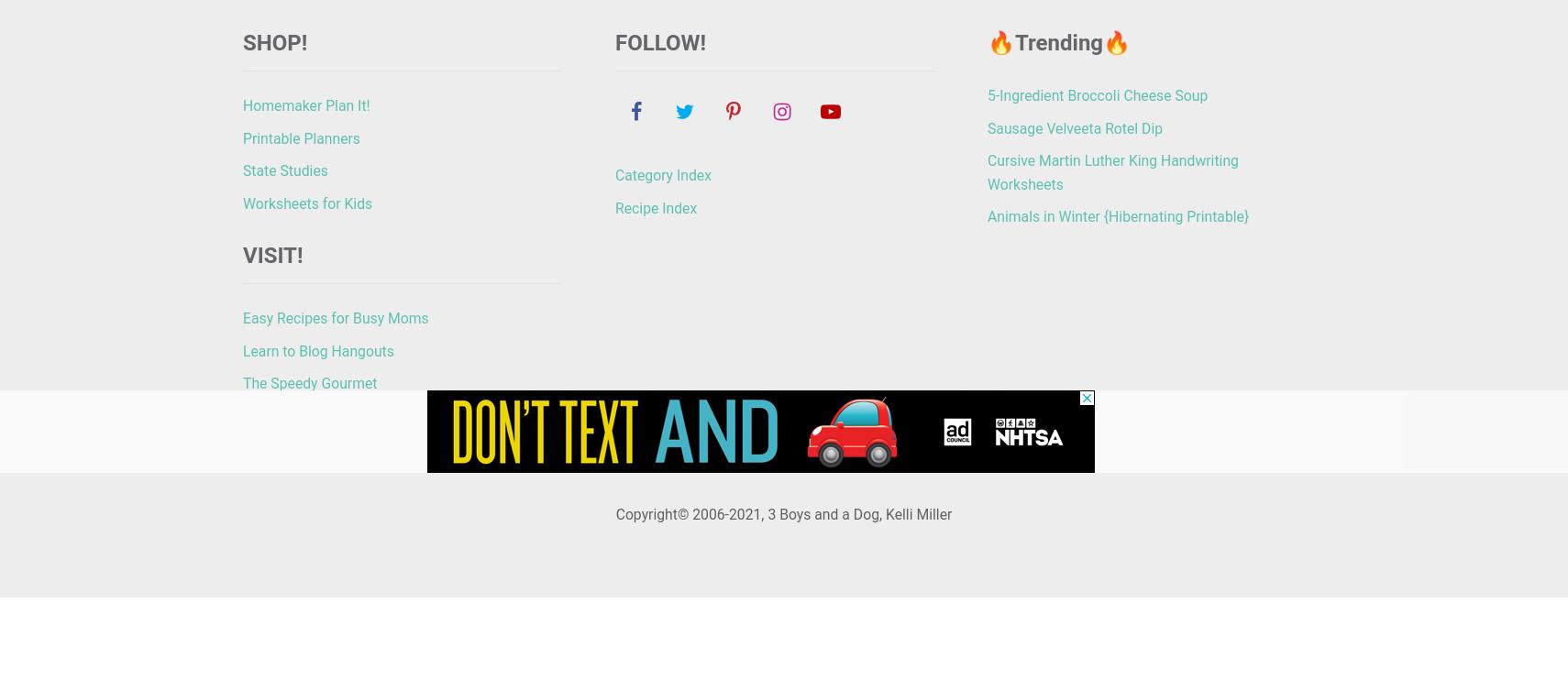 Image resolution: width=1568 pixels, height=680 pixels. Describe the element at coordinates (242, 170) in the screenshot. I see `'State Studies'` at that location.